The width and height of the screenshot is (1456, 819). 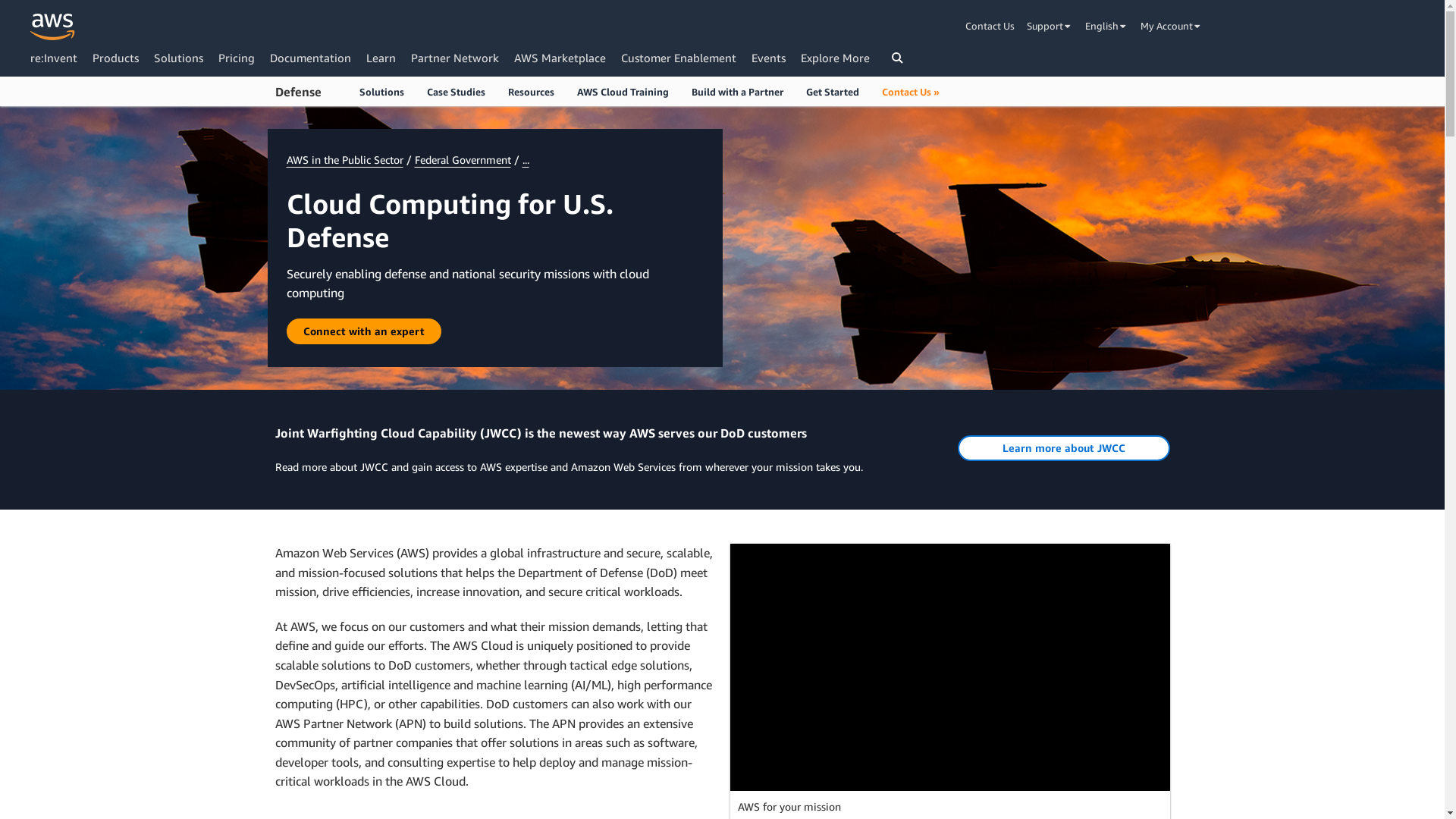 I want to click on 'Click here to return to Amazon Web Services homepage', so click(x=52, y=27).